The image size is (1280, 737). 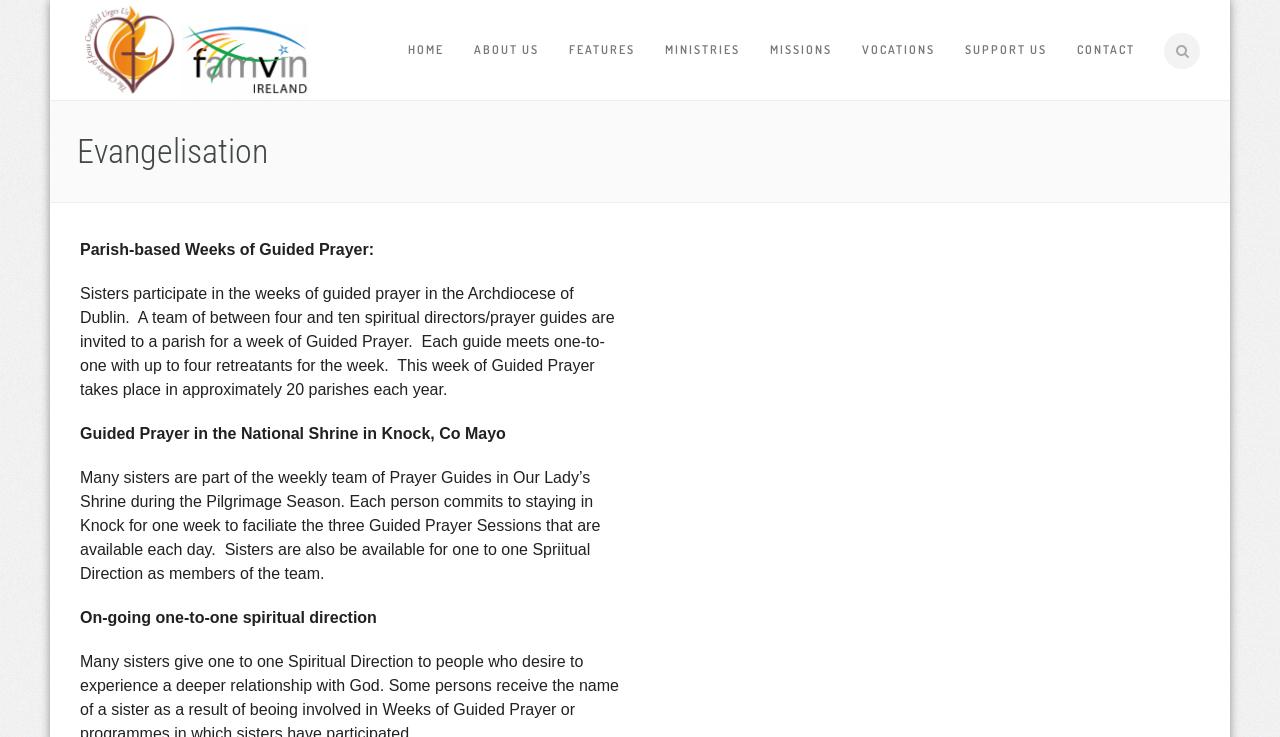 I want to click on 'Contact', so click(x=1105, y=49).